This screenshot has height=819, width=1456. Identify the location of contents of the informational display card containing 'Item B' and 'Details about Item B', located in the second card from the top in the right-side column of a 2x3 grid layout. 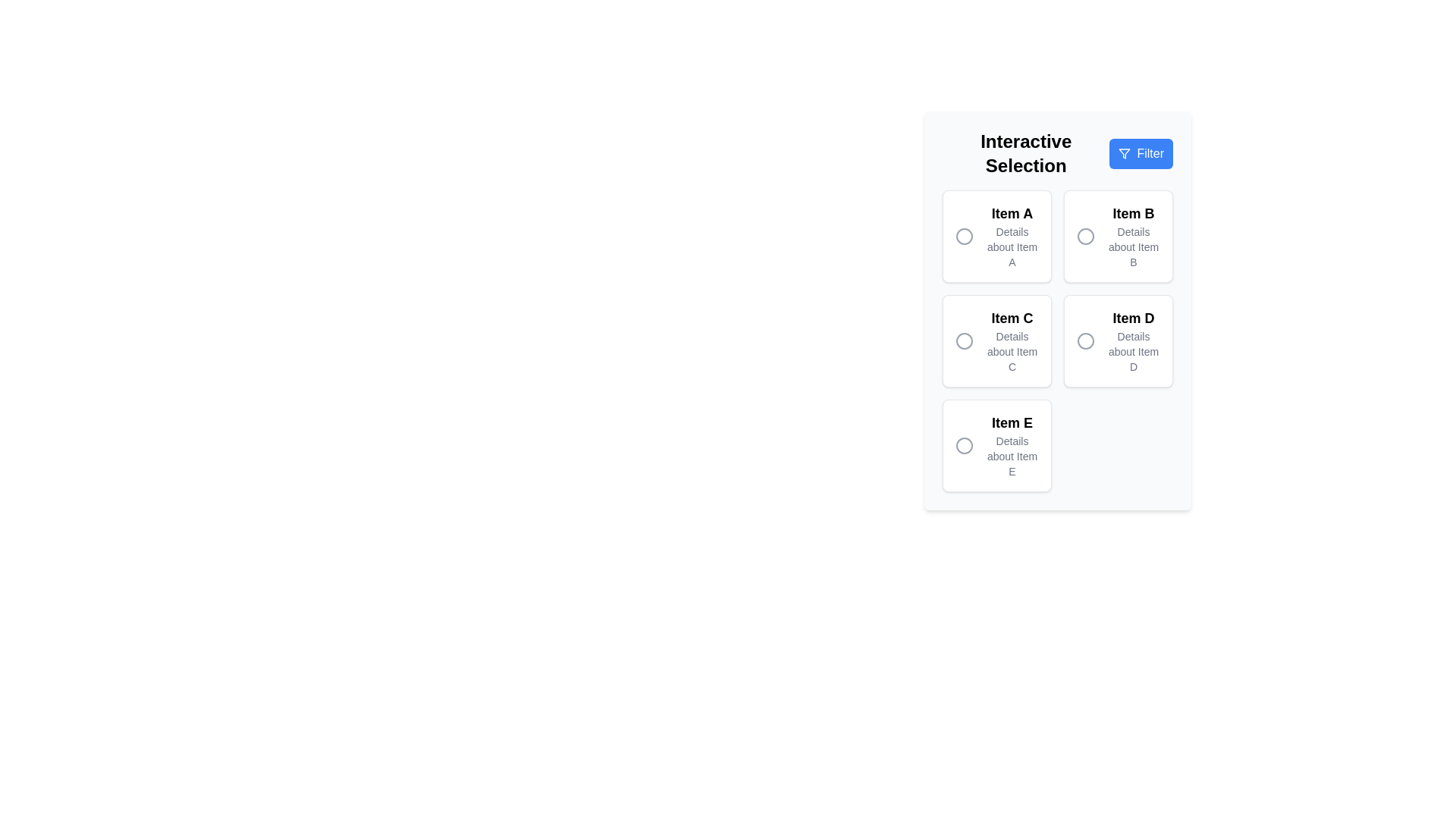
(1133, 237).